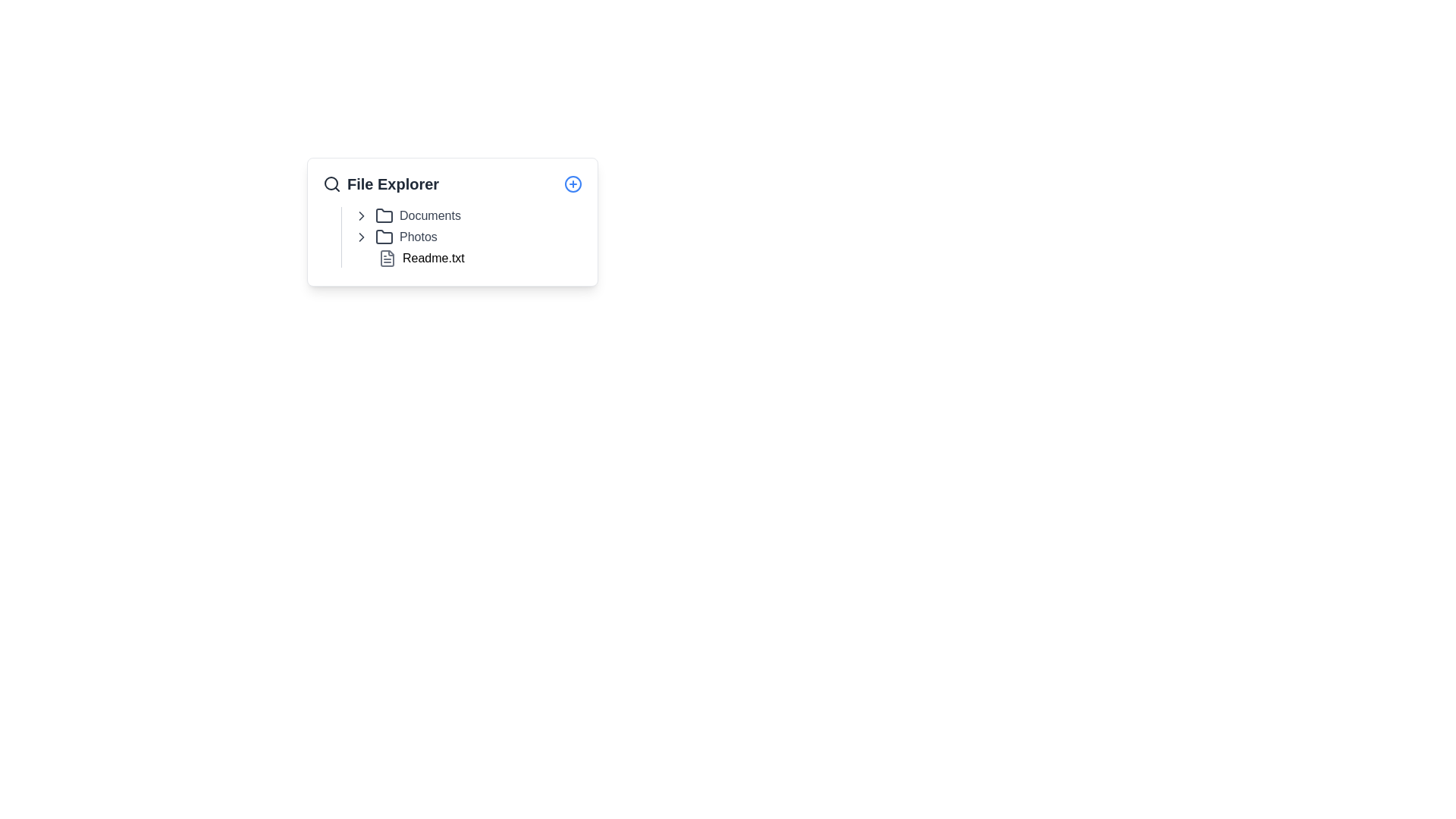 The image size is (1456, 819). What do you see at coordinates (387, 257) in the screenshot?
I see `the small gray file icon representing 'Readme.txt' located` at bounding box center [387, 257].